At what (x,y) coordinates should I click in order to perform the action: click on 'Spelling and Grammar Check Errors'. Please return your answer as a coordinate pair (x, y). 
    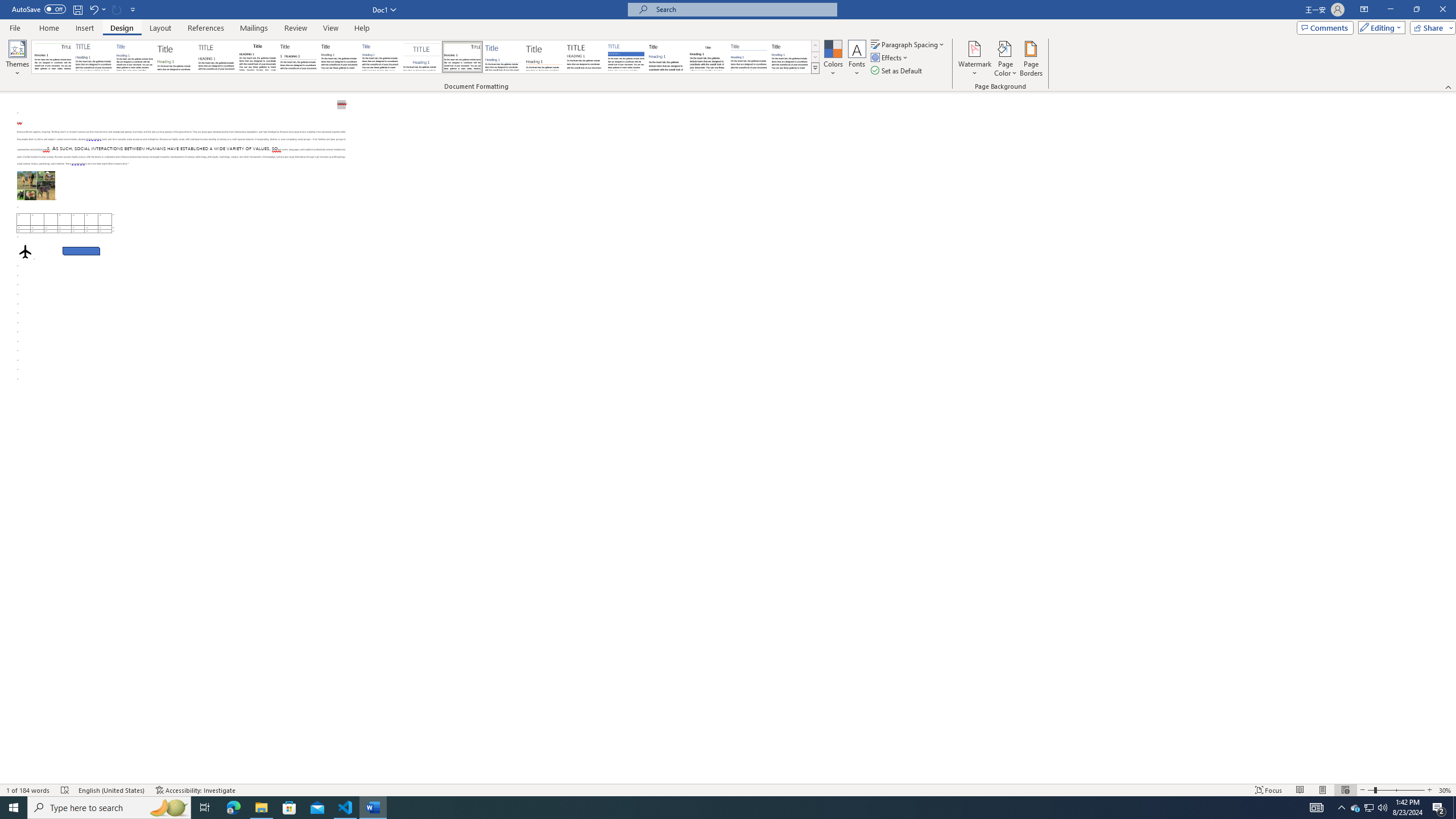
    Looking at the image, I should click on (65, 790).